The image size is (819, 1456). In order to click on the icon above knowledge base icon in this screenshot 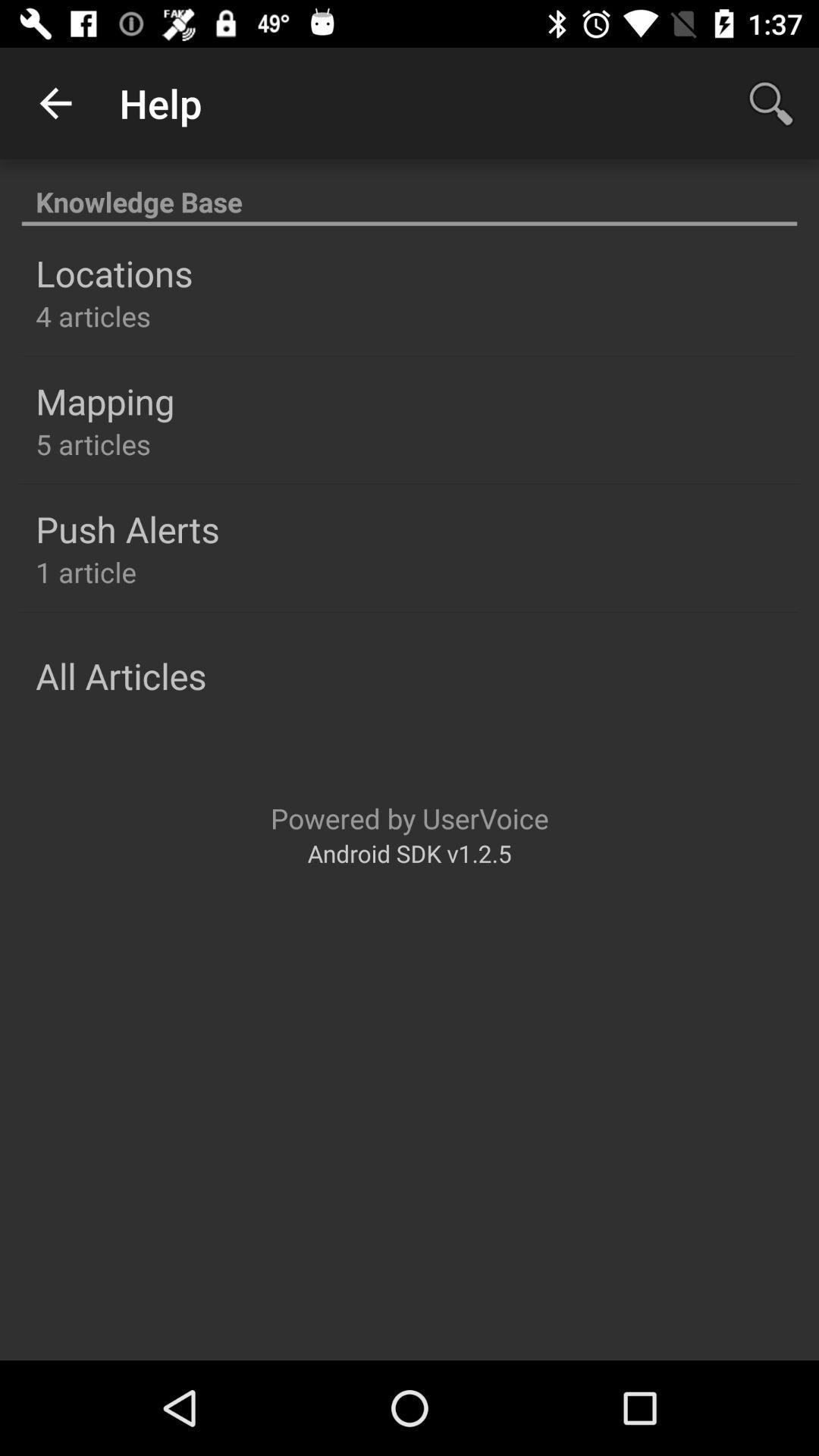, I will do `click(55, 102)`.